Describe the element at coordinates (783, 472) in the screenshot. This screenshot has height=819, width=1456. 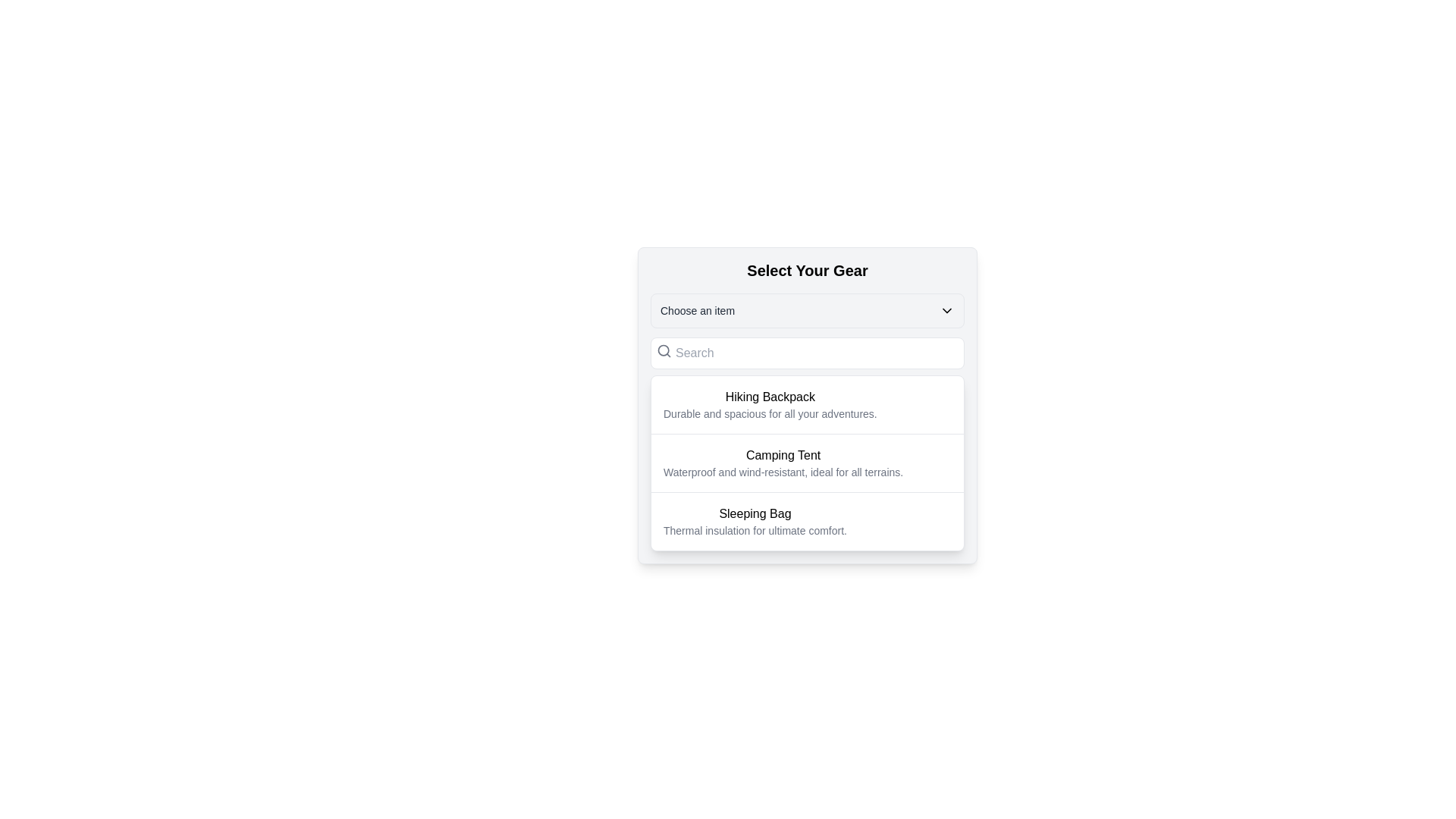
I see `text label displaying 'Waterproof and wind-resistant, ideal for all terrains.' associated with the 'Camping Tent' item, located below the title in the second item of the list` at that location.